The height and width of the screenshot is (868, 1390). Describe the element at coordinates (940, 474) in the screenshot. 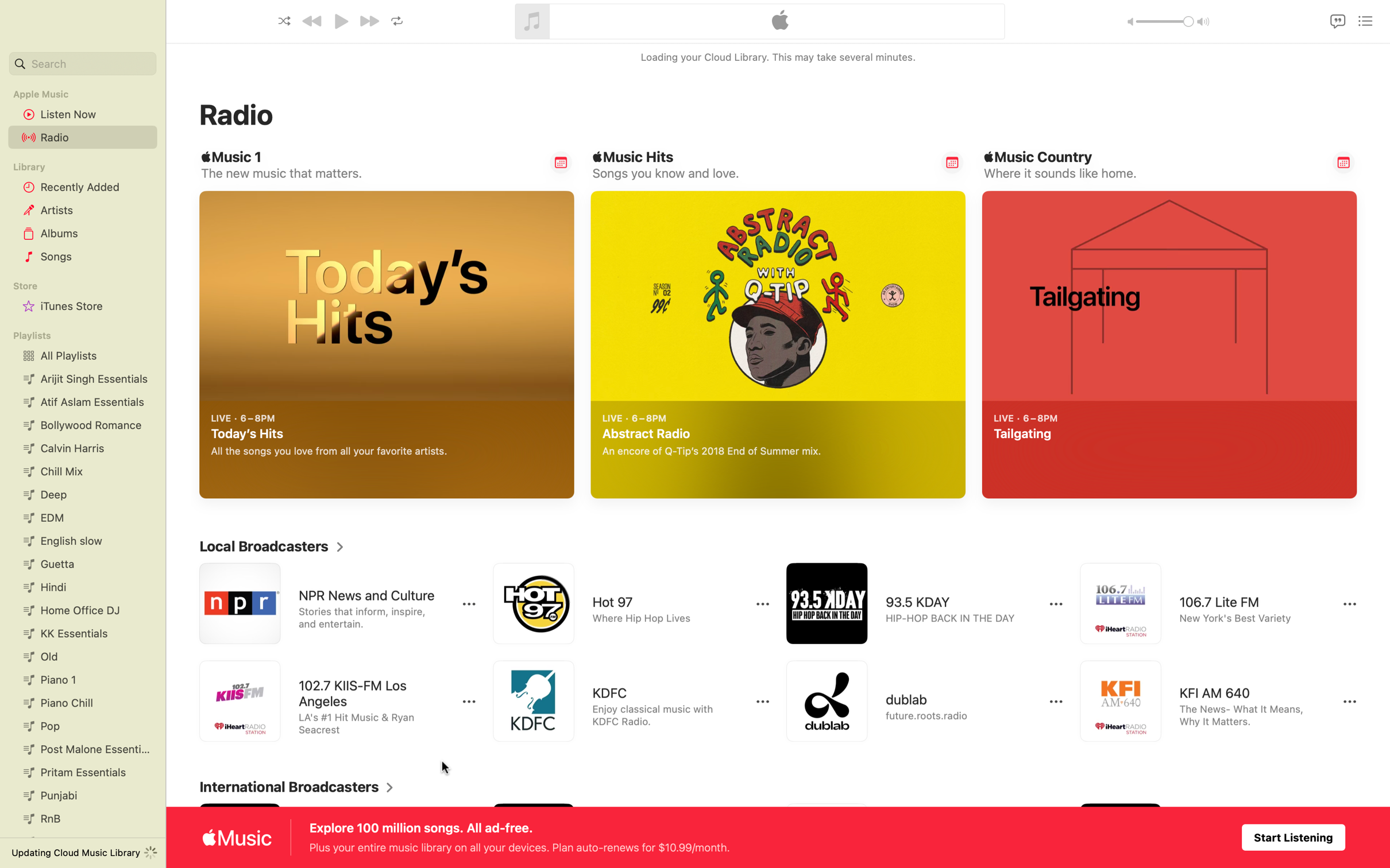

I see `Abstract Radio Playback` at that location.